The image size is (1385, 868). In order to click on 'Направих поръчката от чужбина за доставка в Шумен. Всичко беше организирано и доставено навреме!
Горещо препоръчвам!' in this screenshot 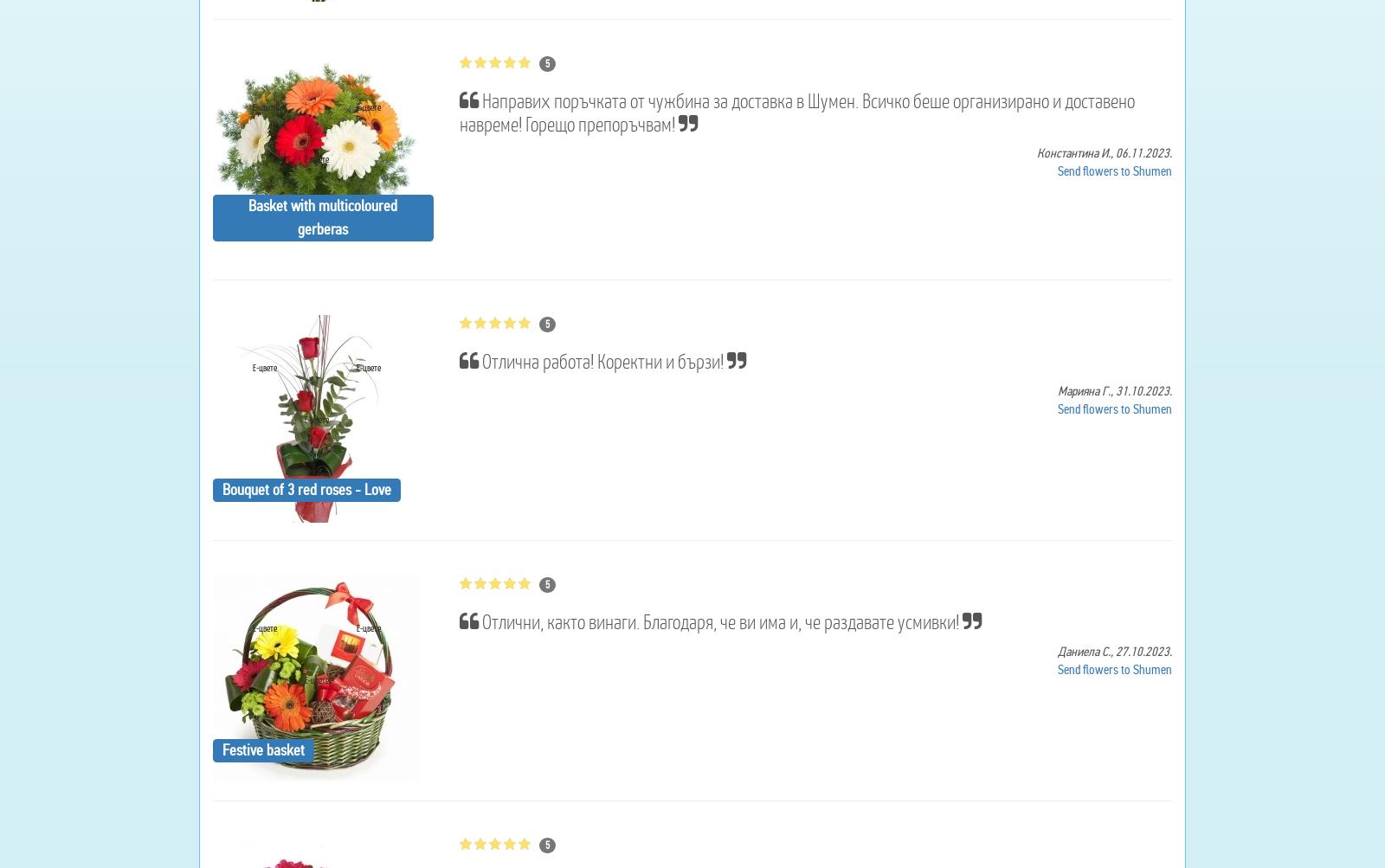, I will do `click(457, 111)`.